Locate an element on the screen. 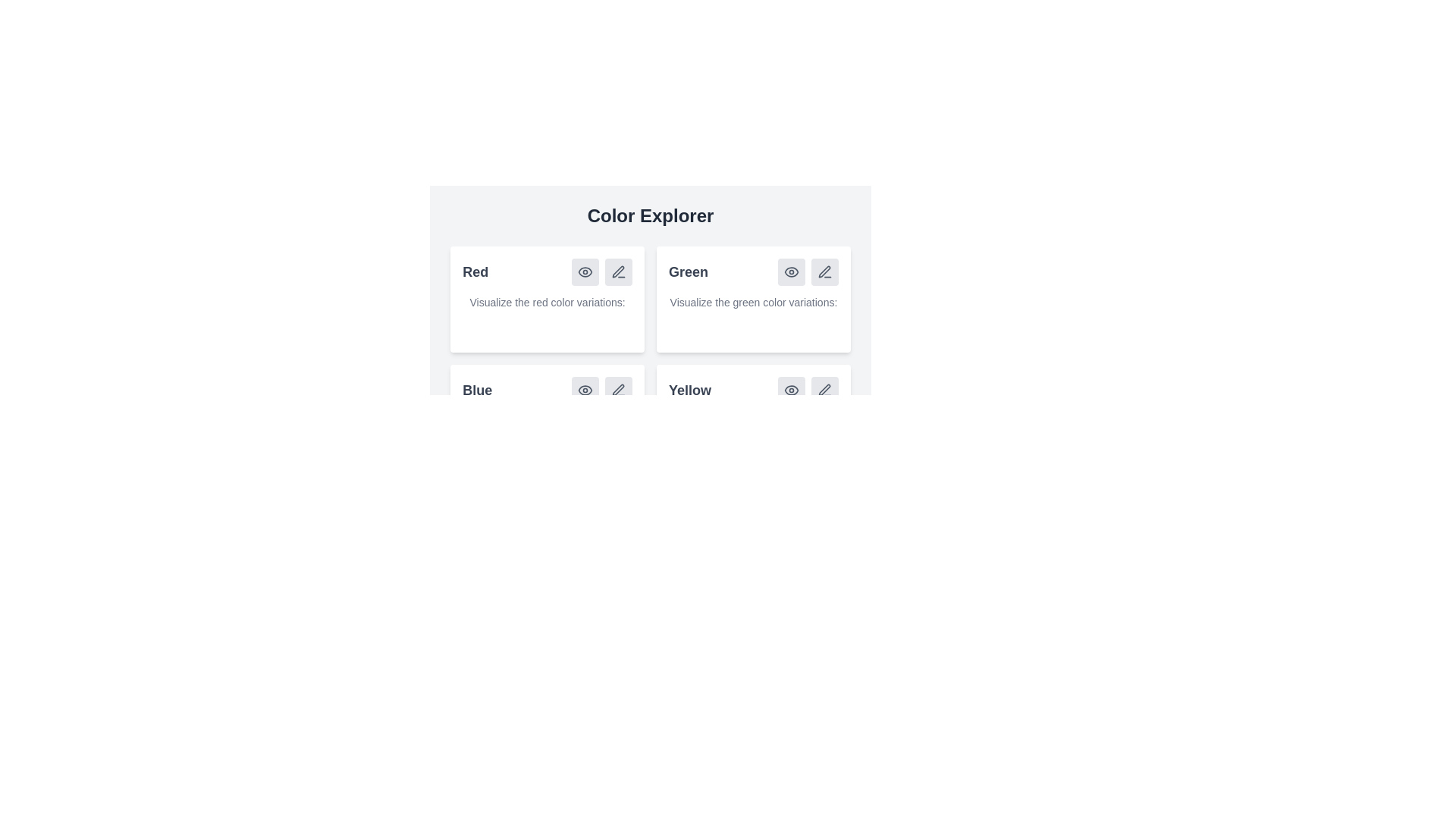 The image size is (1456, 819). the pen icon in the Interactive Icon Group located in the upper-right corner of the 'Green' card is located at coordinates (807, 271).